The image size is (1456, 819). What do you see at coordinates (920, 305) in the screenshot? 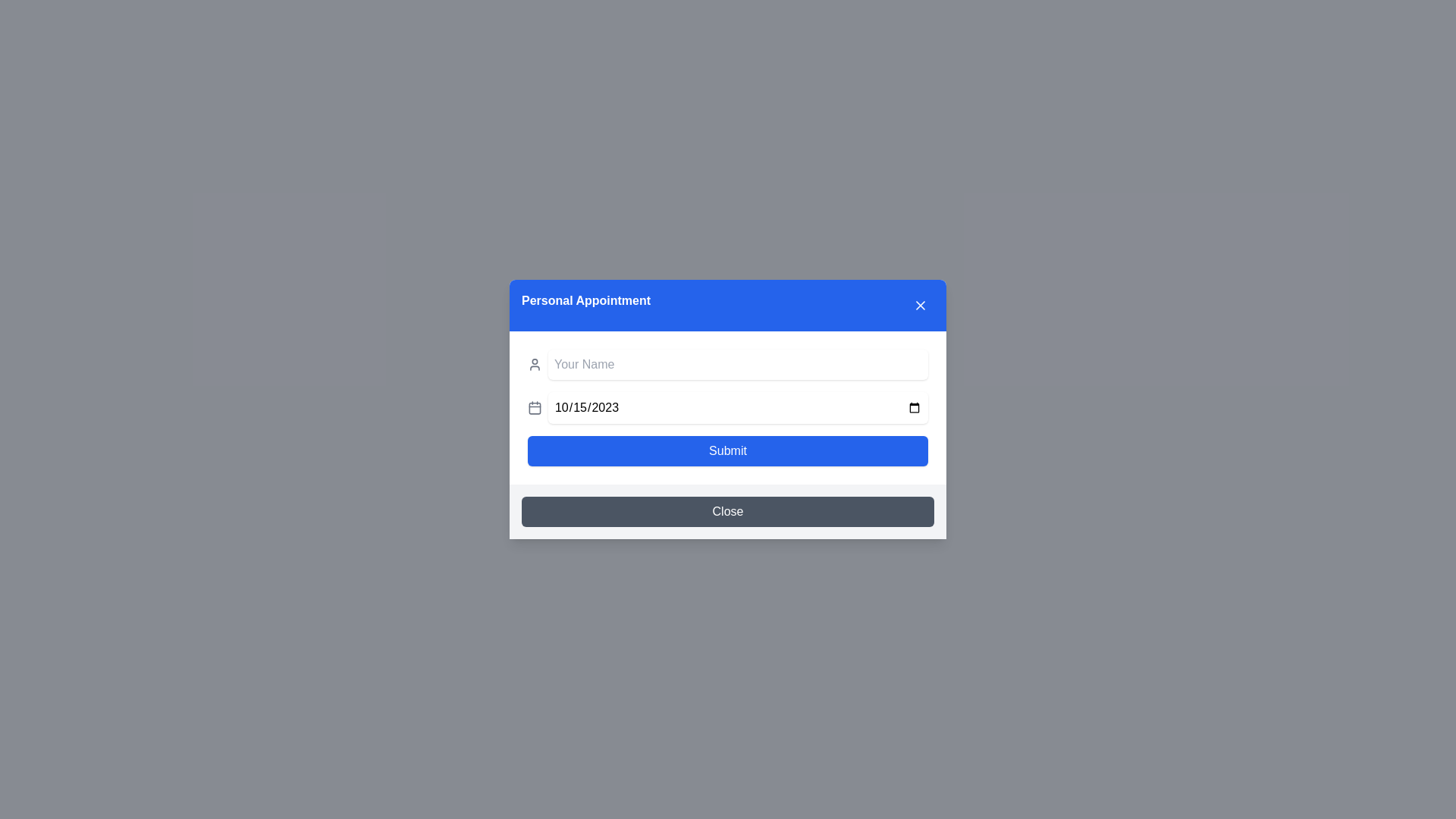
I see `the close button icon, which is represented as an outline 'X' icon located at the top-right of the modal dialog box` at bounding box center [920, 305].